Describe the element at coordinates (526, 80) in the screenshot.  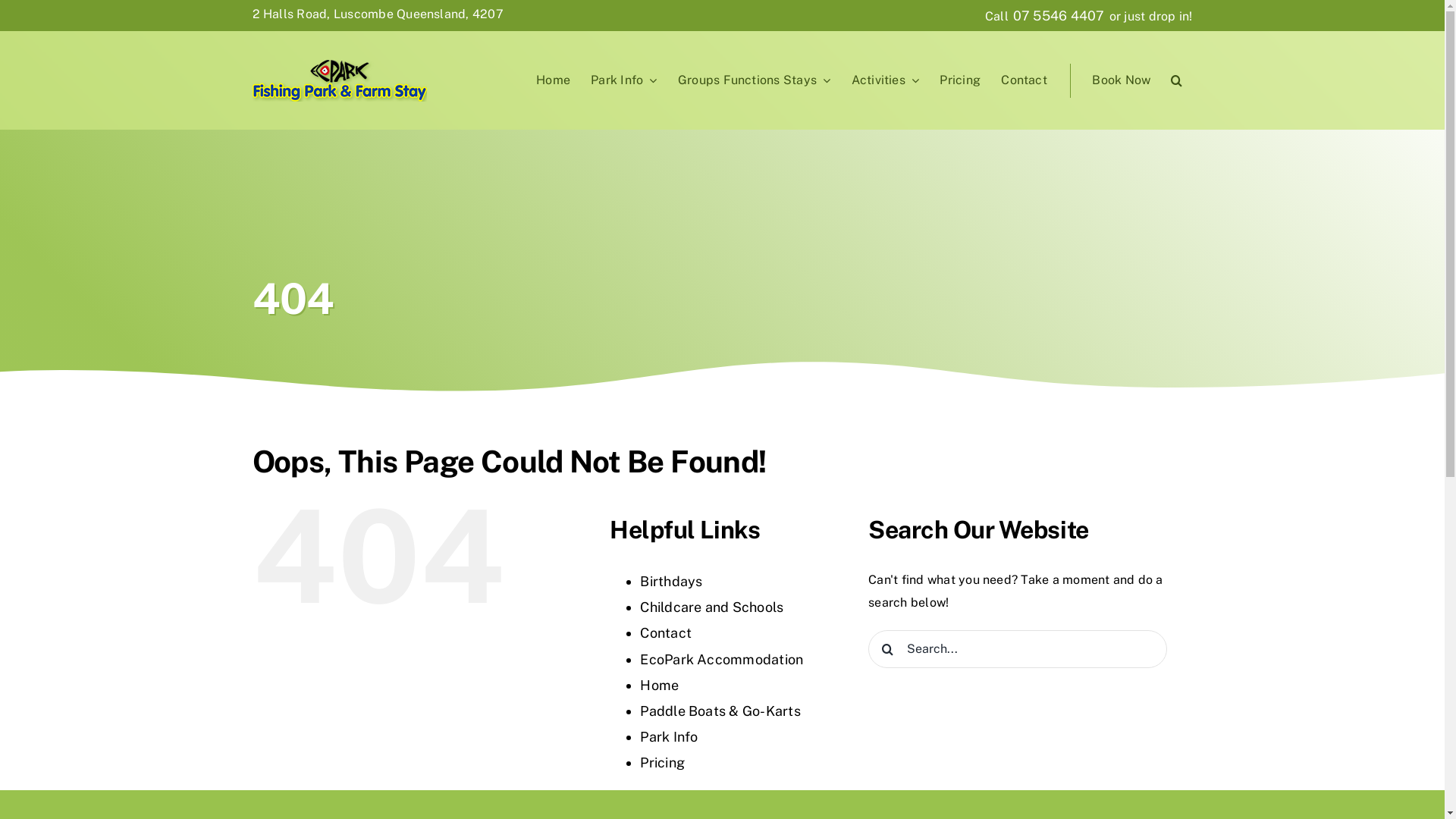
I see `'Home'` at that location.